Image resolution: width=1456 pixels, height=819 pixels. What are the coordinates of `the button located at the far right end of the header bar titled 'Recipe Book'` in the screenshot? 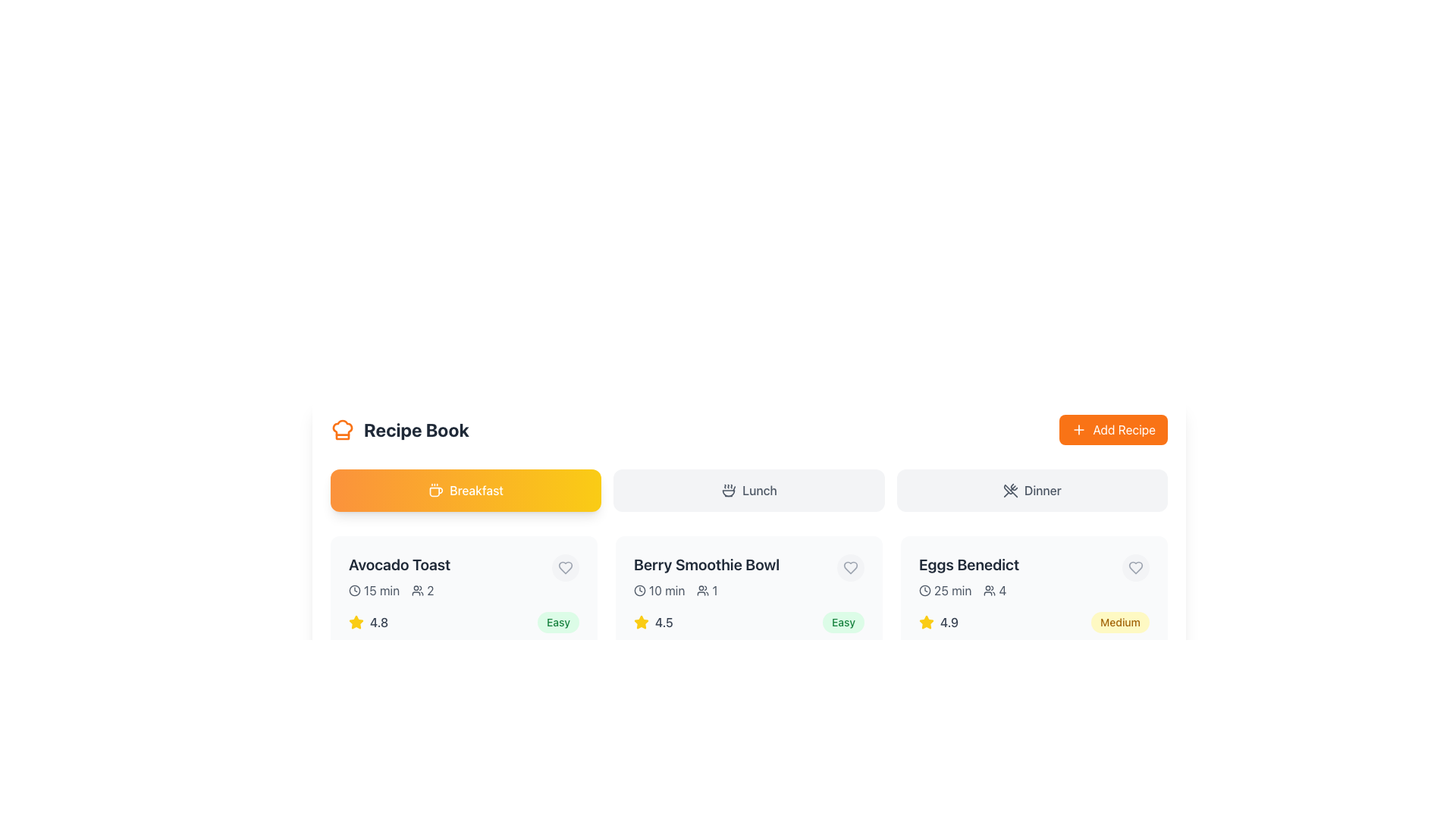 It's located at (1113, 430).